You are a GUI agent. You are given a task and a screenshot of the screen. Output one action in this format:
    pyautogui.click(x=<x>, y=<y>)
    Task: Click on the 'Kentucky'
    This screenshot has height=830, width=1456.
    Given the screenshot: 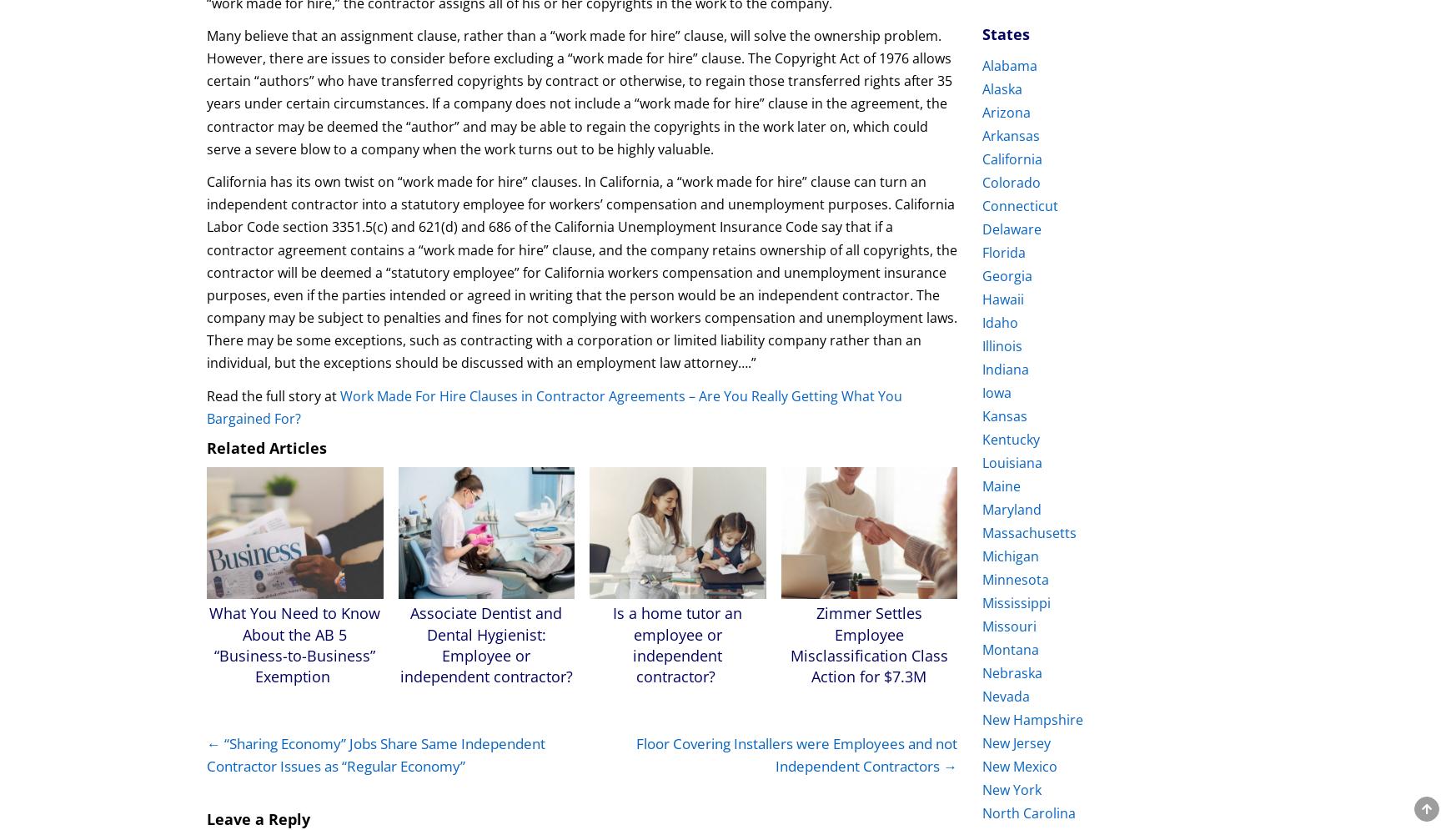 What is the action you would take?
    pyautogui.click(x=1011, y=438)
    